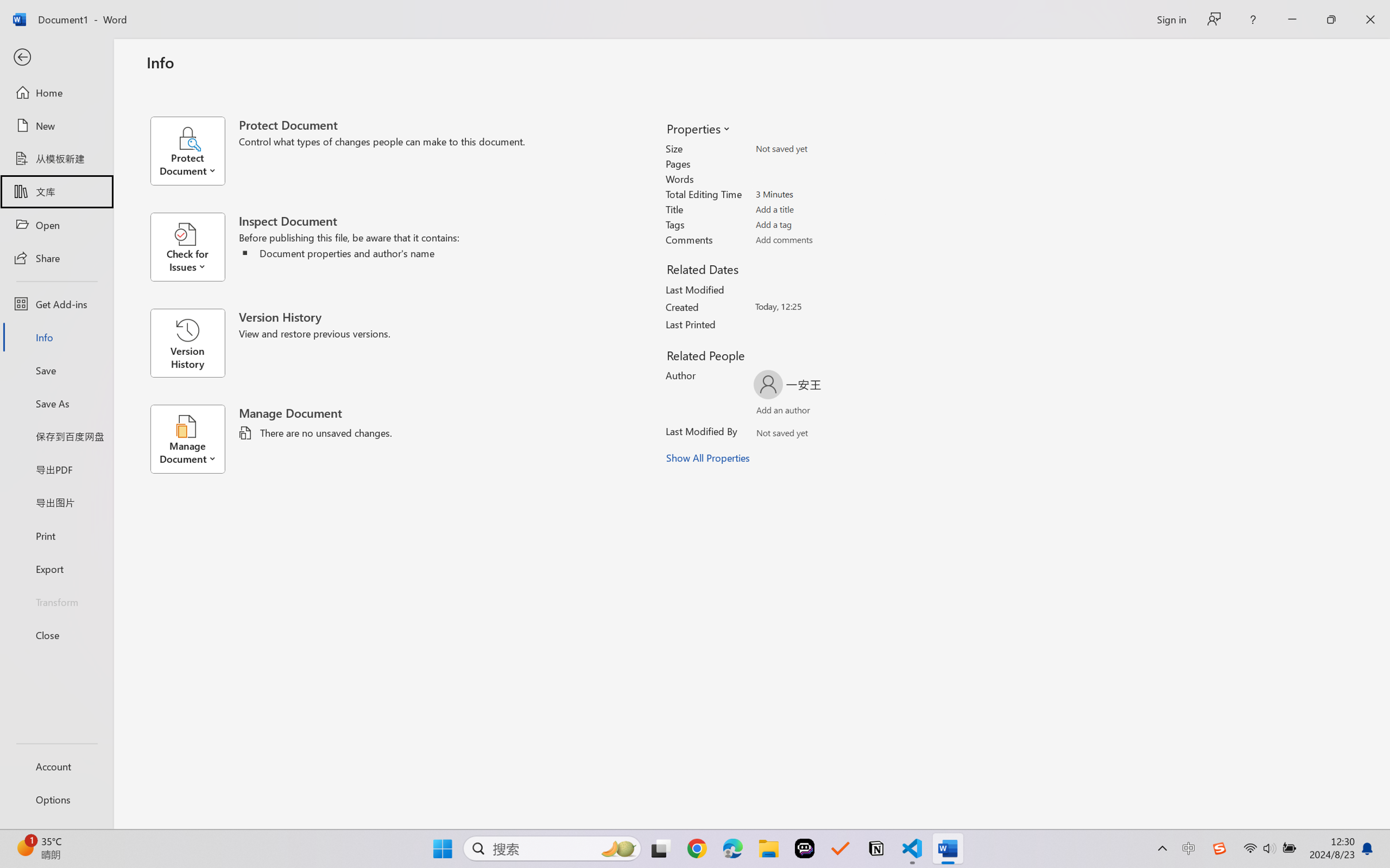  I want to click on 'Export', so click(56, 568).